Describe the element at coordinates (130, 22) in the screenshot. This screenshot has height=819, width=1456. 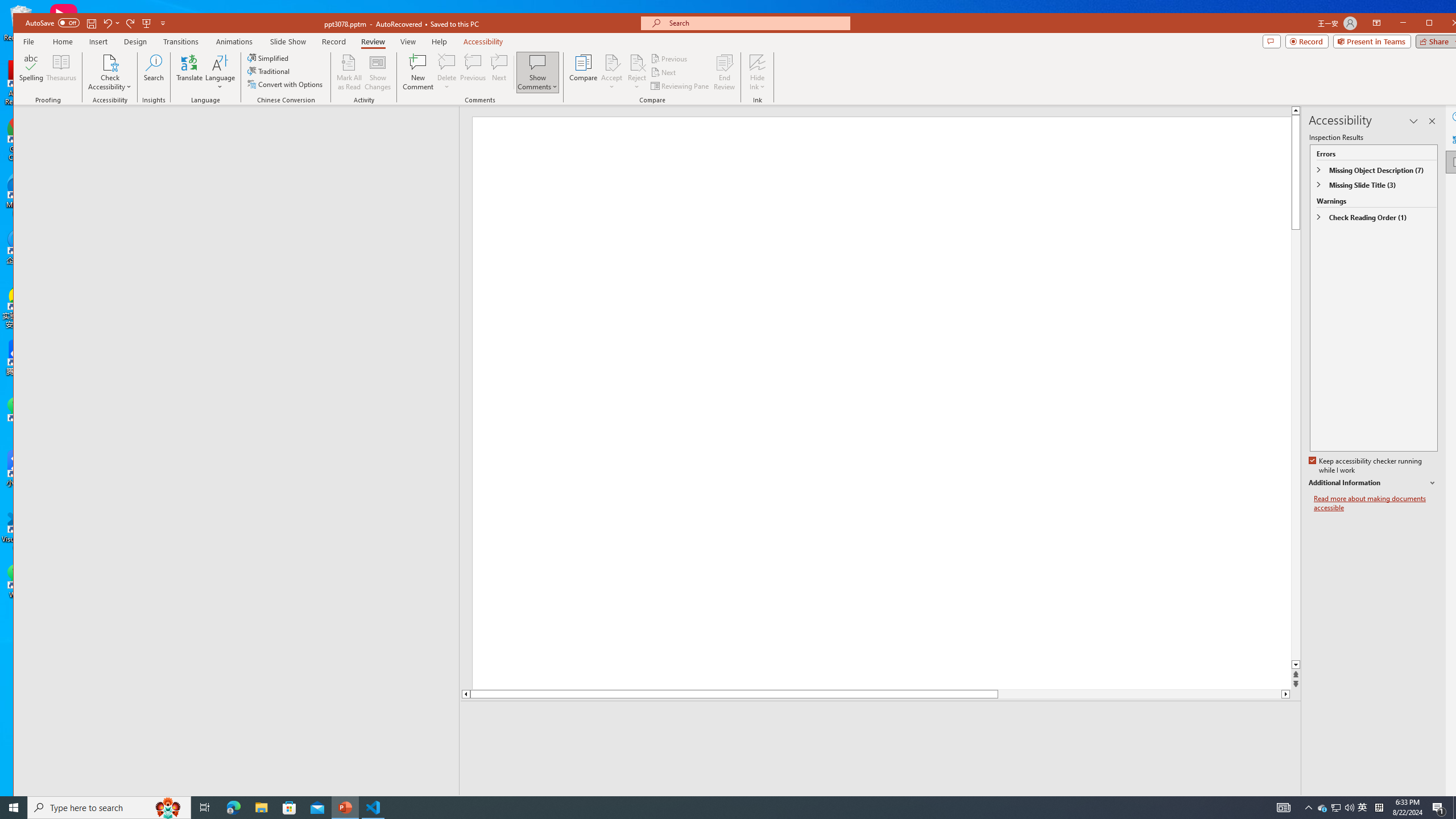
I see `'Redo'` at that location.